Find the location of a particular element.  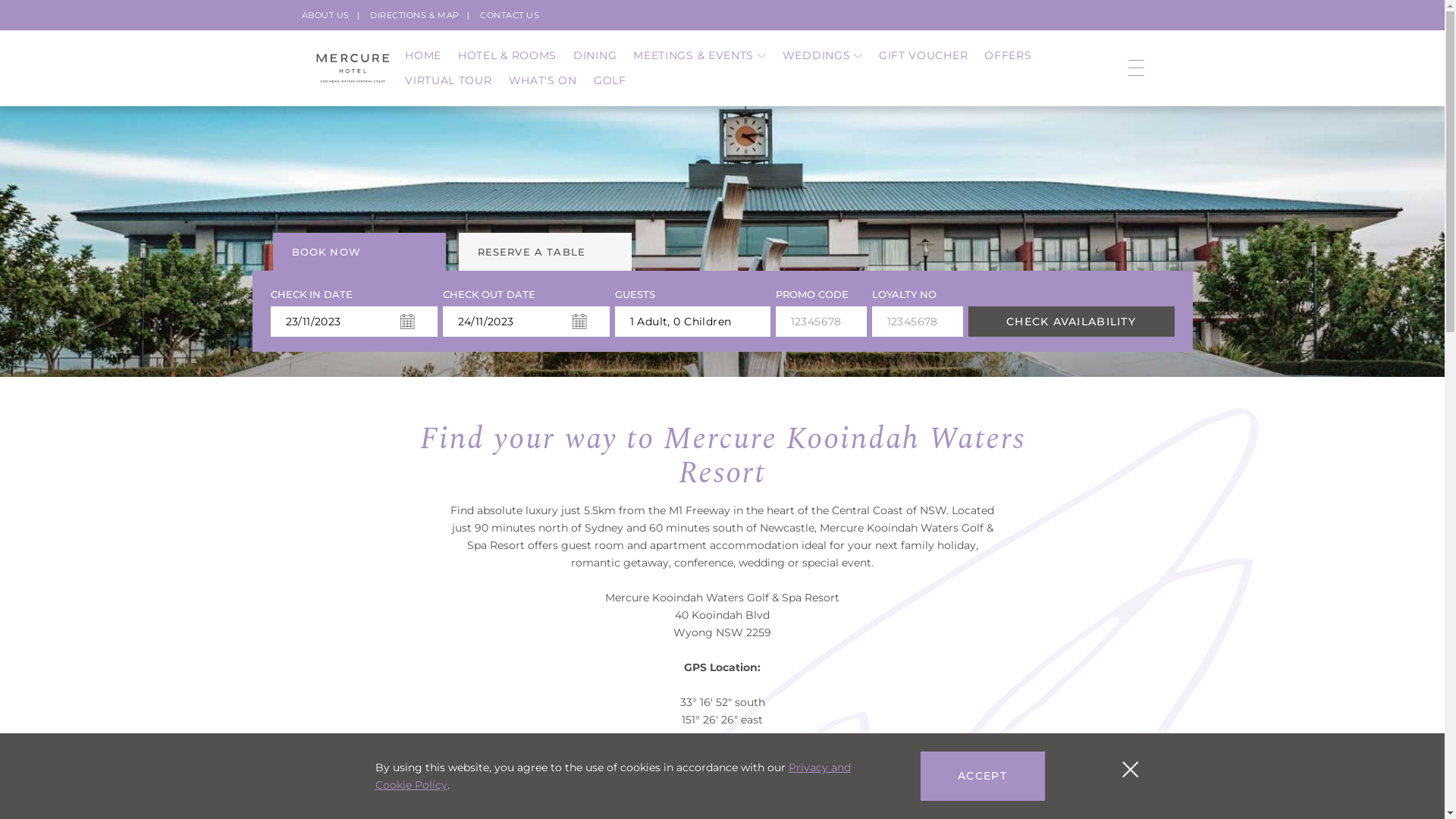

'OFFERS' is located at coordinates (1008, 55).